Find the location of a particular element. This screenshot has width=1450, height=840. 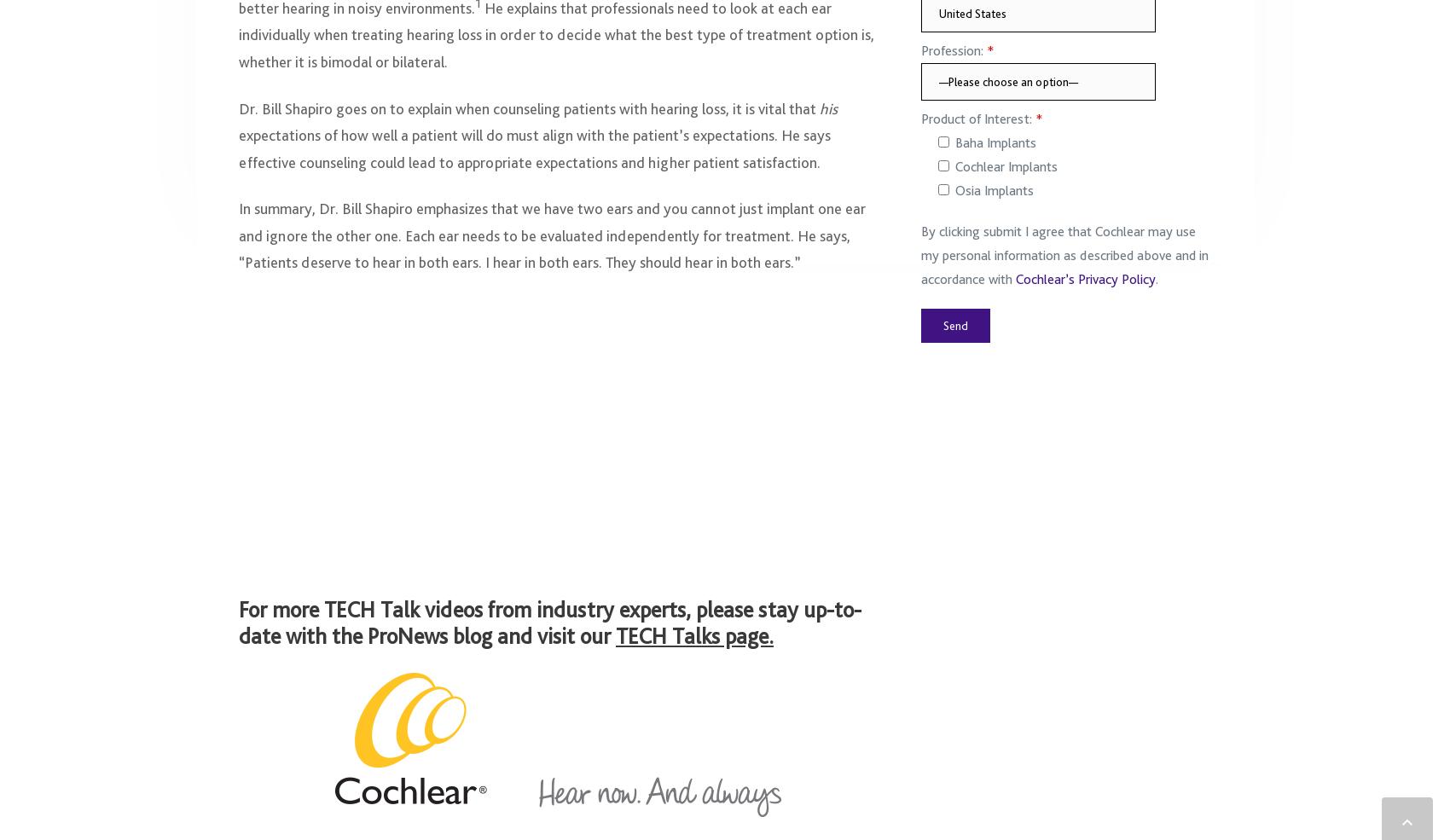

'Osia Implants' is located at coordinates (995, 198).